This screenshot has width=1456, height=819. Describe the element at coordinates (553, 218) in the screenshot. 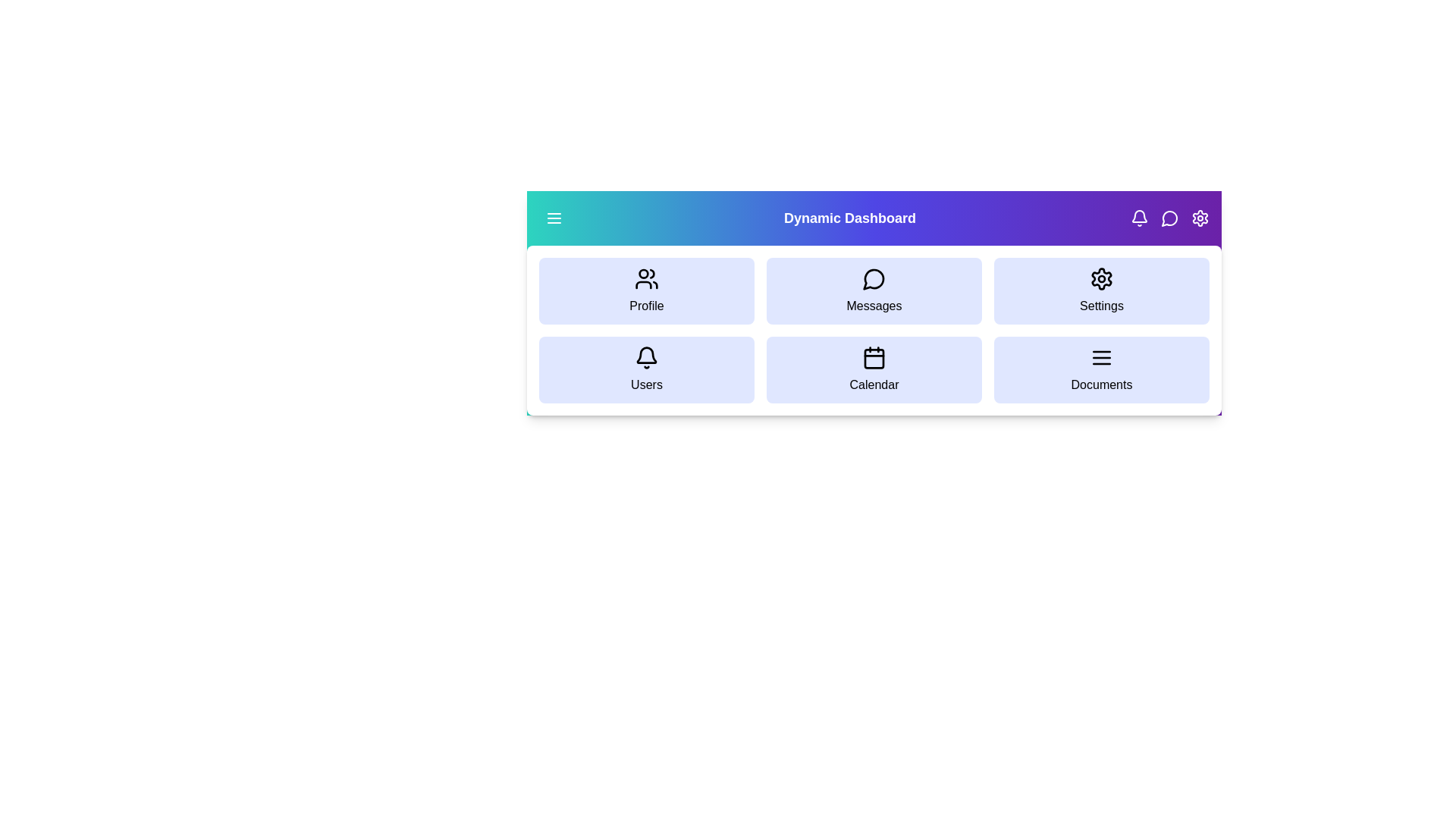

I see `the menu button to toggle the menu visibility` at that location.